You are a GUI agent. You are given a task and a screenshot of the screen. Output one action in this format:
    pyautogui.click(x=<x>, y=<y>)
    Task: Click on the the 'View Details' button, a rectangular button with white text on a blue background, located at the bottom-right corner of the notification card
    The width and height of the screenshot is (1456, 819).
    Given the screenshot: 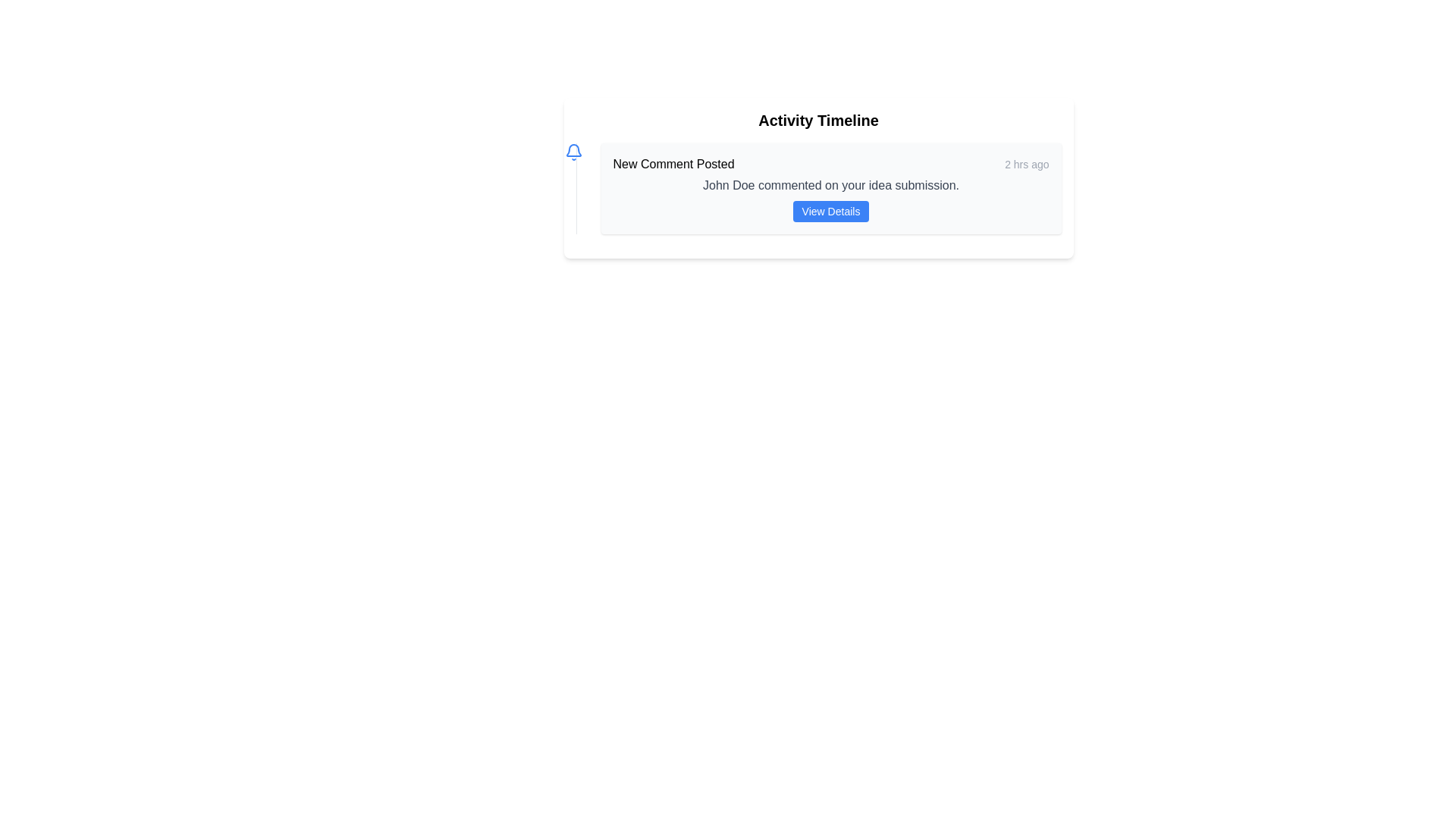 What is the action you would take?
    pyautogui.click(x=830, y=211)
    